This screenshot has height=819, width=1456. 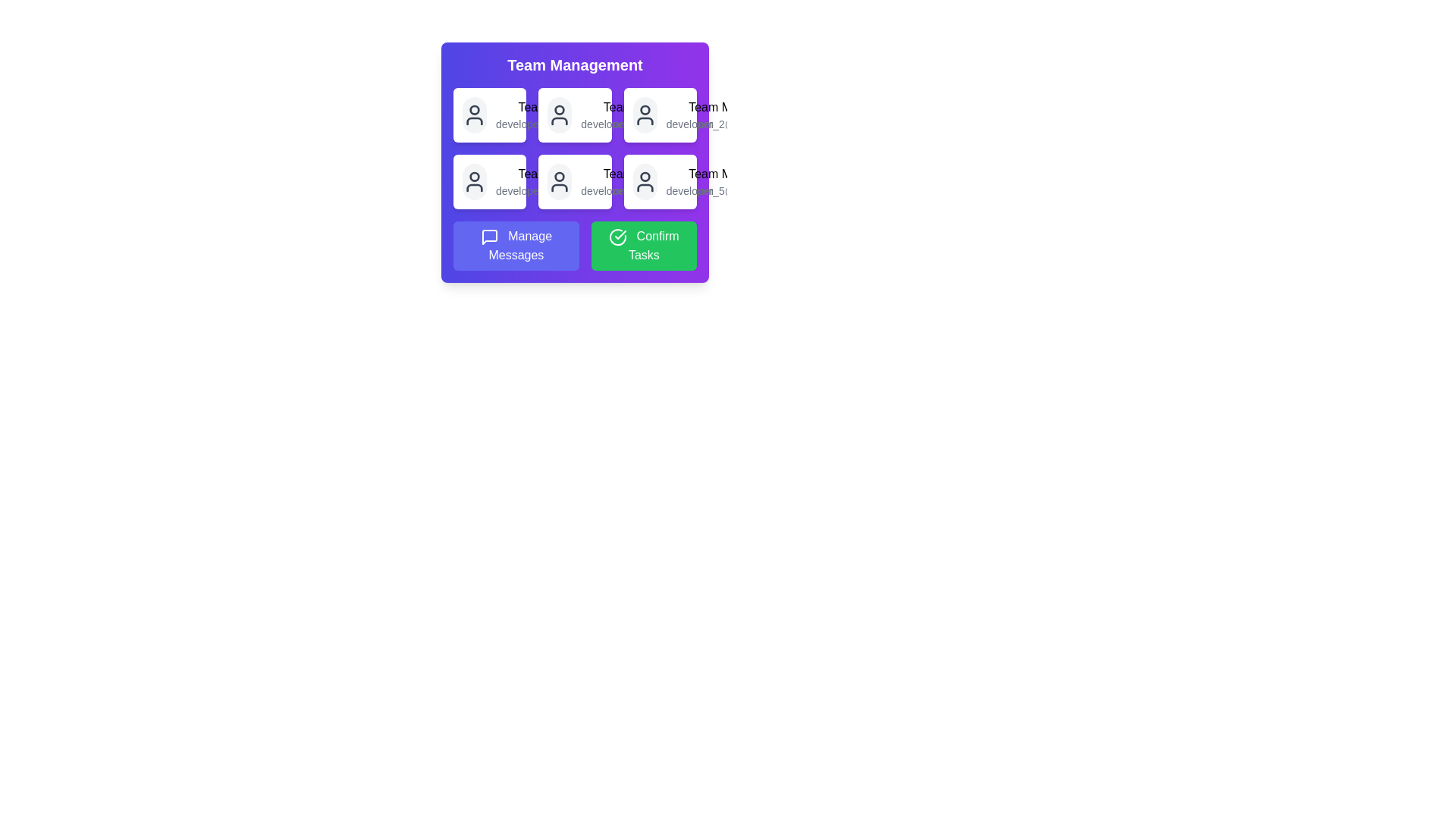 I want to click on the user profile icon, which is represented by a minimalist circular head and semicircular body, located in the second row and second column of the 'Team Management' panel, so click(x=559, y=180).